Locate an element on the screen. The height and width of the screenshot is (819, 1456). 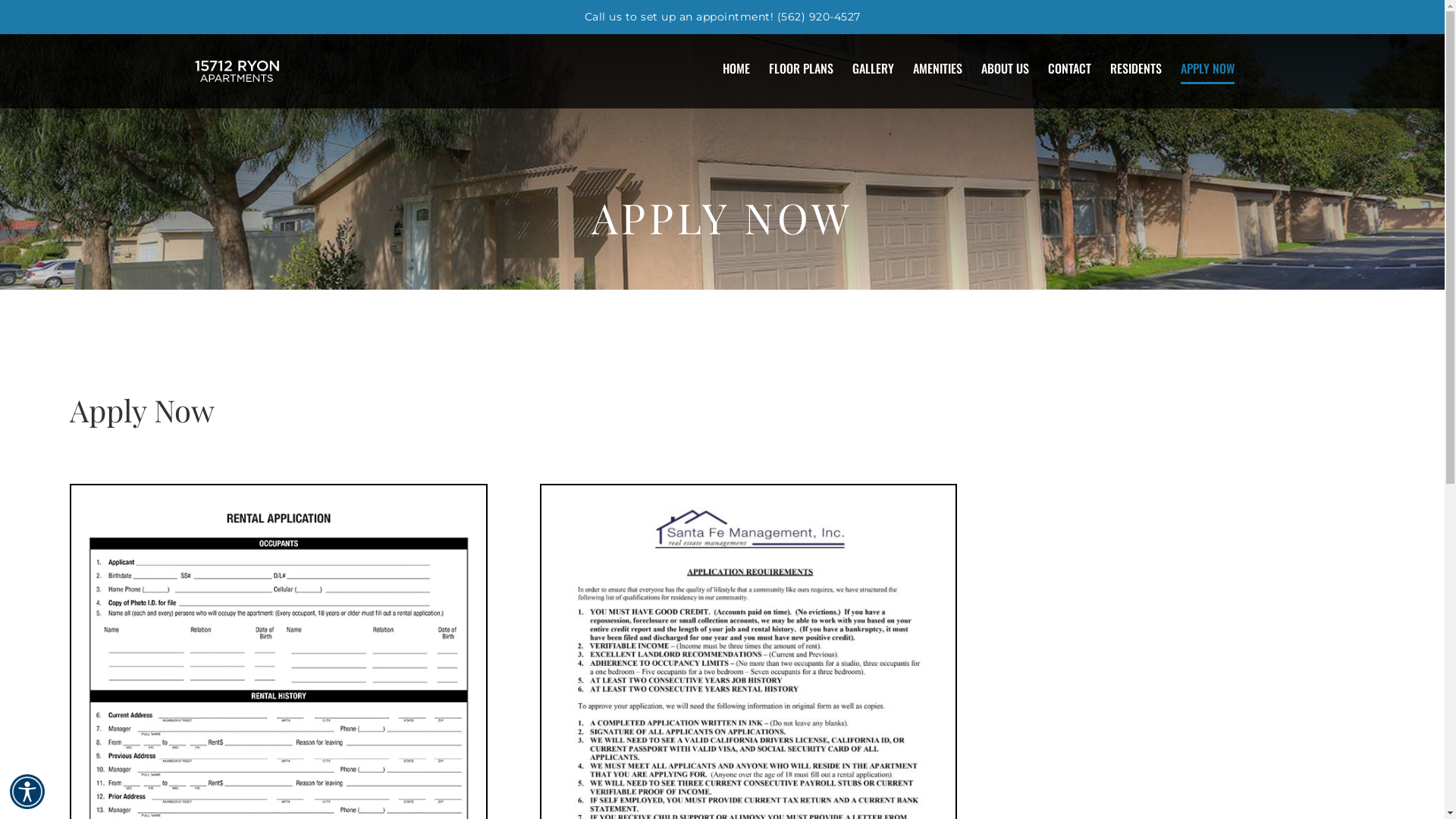
'HOME' is located at coordinates (720, 67).